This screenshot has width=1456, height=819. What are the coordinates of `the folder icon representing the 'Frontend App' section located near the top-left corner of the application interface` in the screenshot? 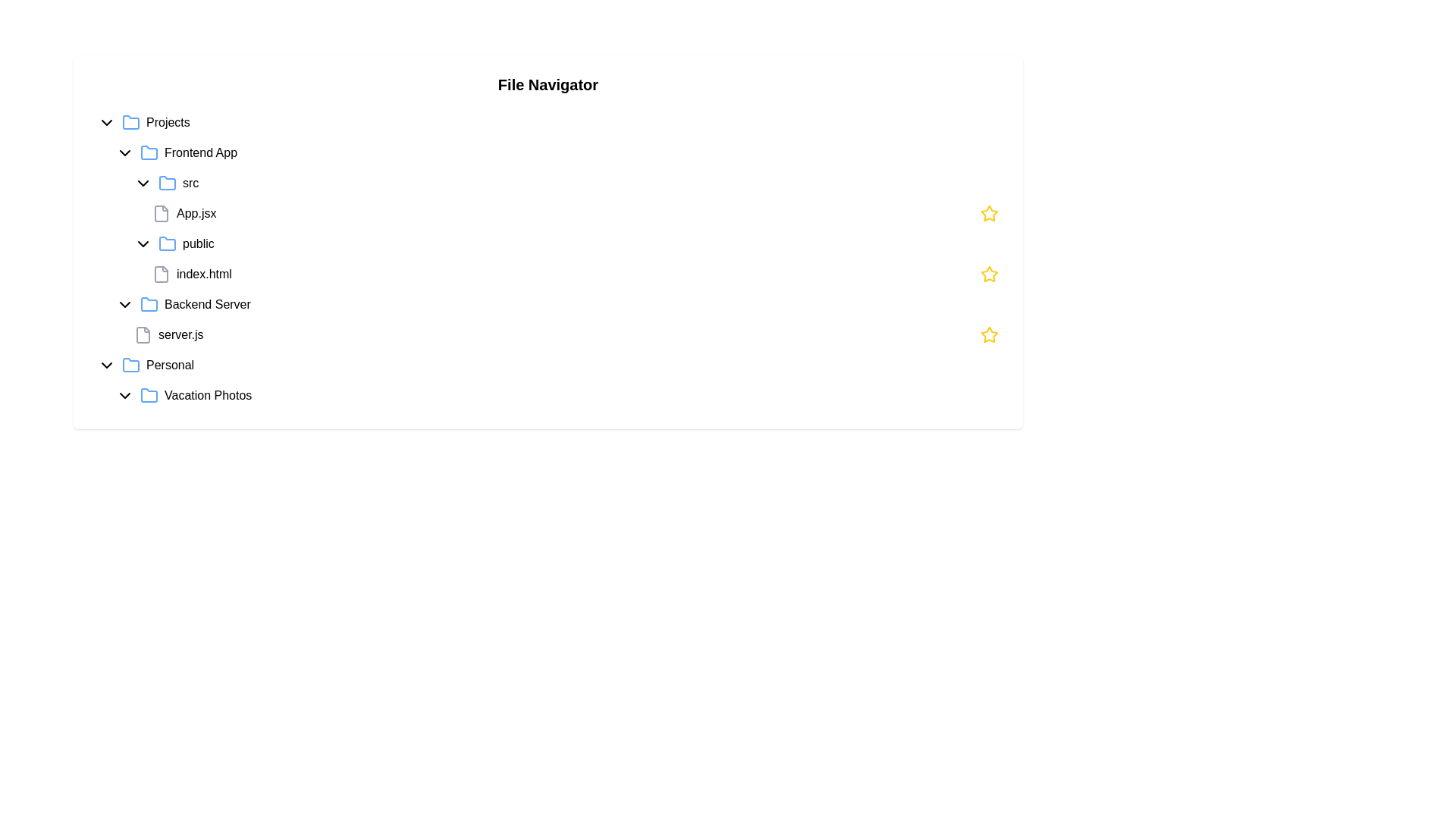 It's located at (149, 152).